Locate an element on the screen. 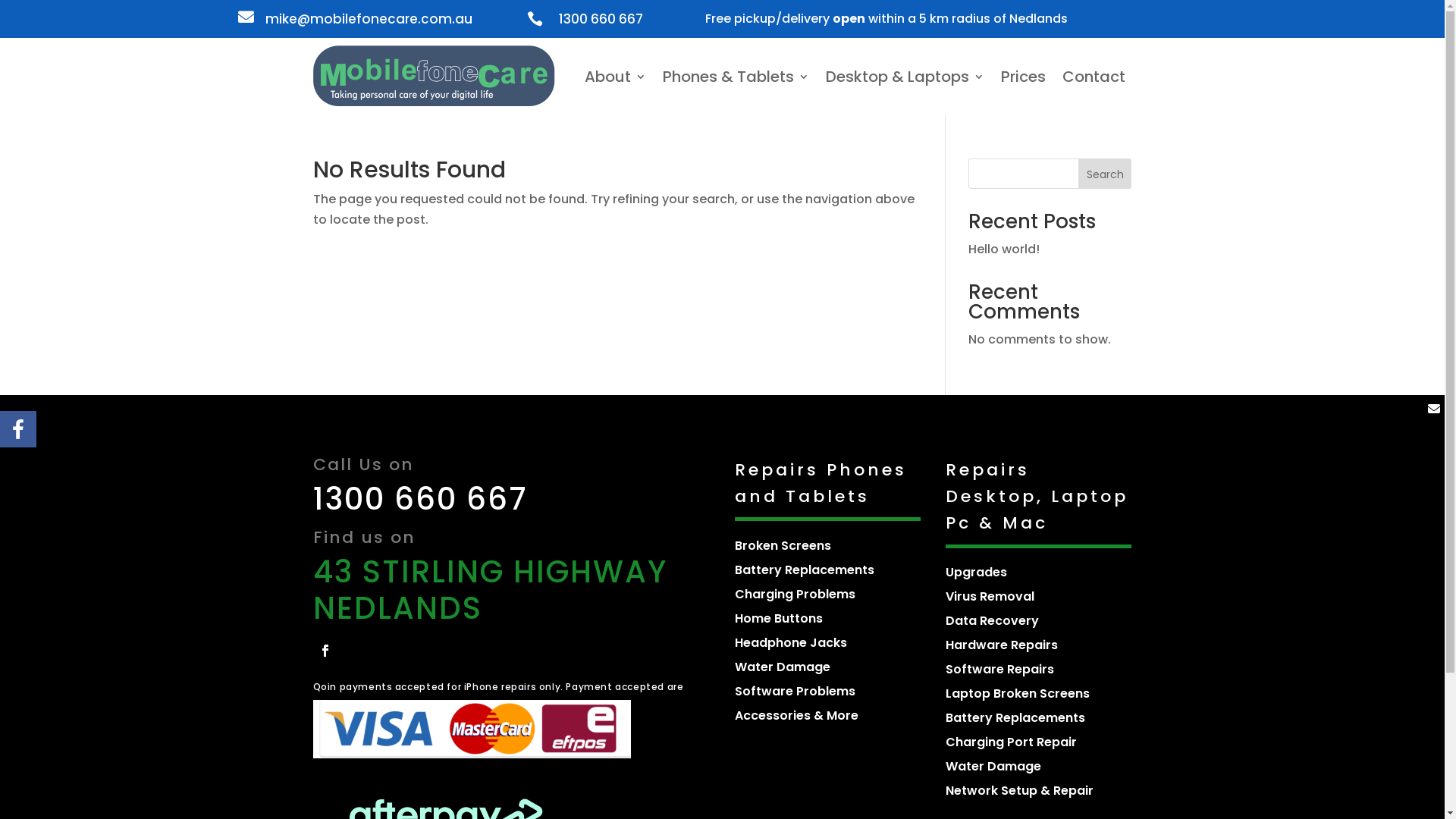 Image resolution: width=1456 pixels, height=819 pixels. 'Hello world!' is located at coordinates (1004, 248).